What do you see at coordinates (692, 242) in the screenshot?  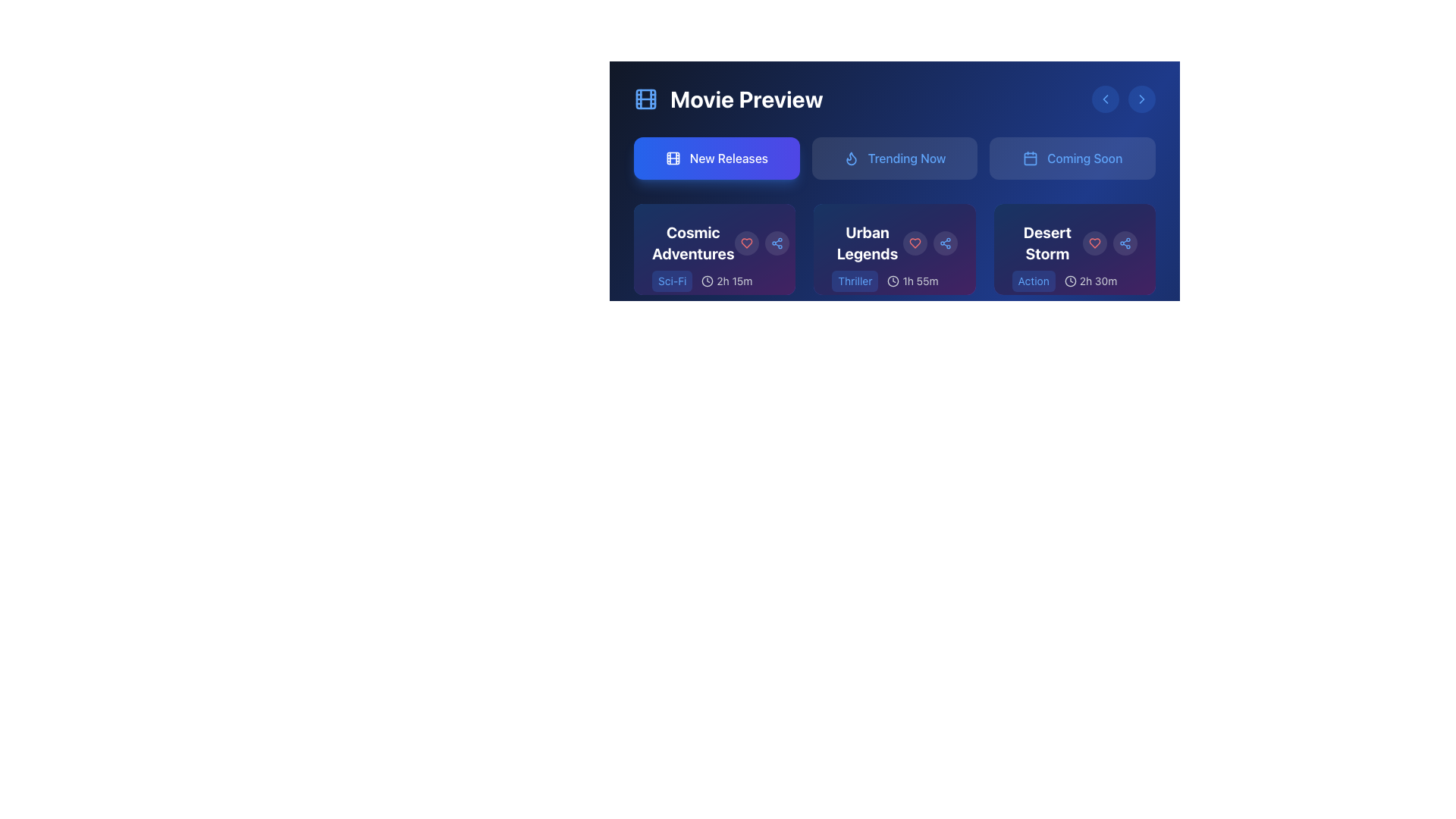 I see `the text label that serves as the title for the first movie card in the 'Movie Preview' section` at bounding box center [692, 242].